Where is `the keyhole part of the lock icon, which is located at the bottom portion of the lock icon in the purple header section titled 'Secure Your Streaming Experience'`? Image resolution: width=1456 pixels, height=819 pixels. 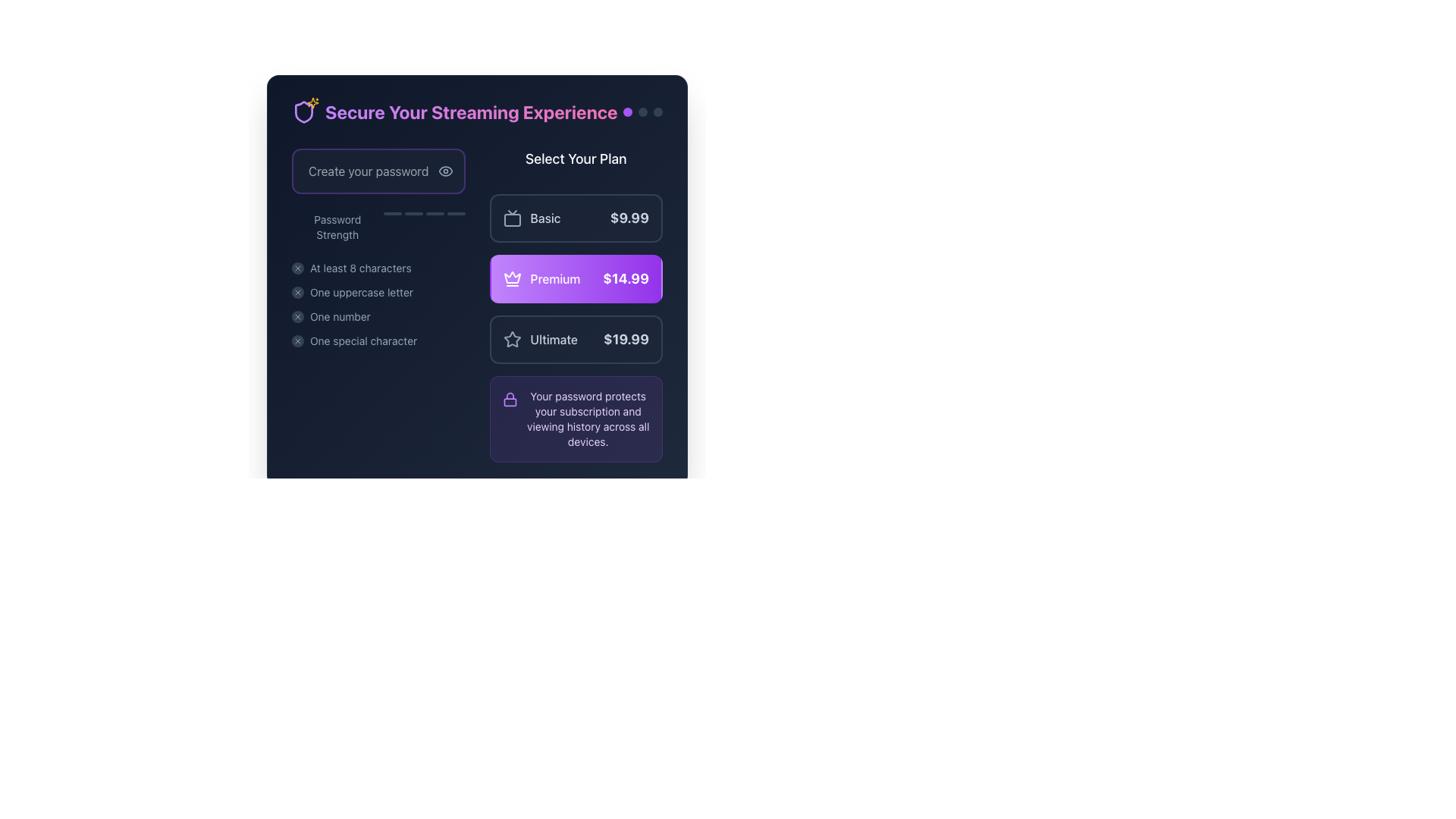
the keyhole part of the lock icon, which is located at the bottom portion of the lock icon in the purple header section titled 'Secure Your Streaming Experience' is located at coordinates (510, 401).